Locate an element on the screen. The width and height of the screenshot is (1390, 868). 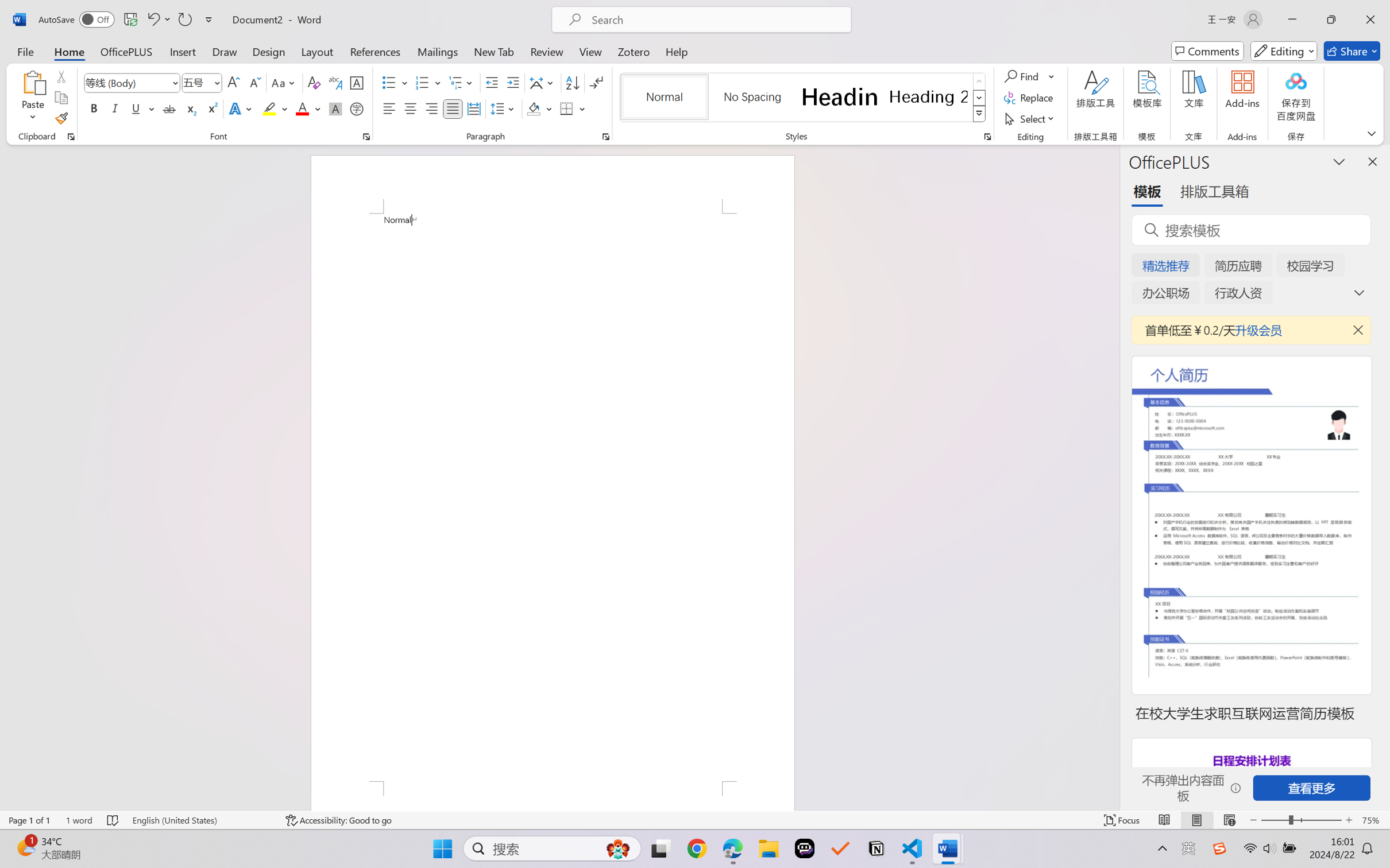
'Home' is located at coordinates (69, 51).